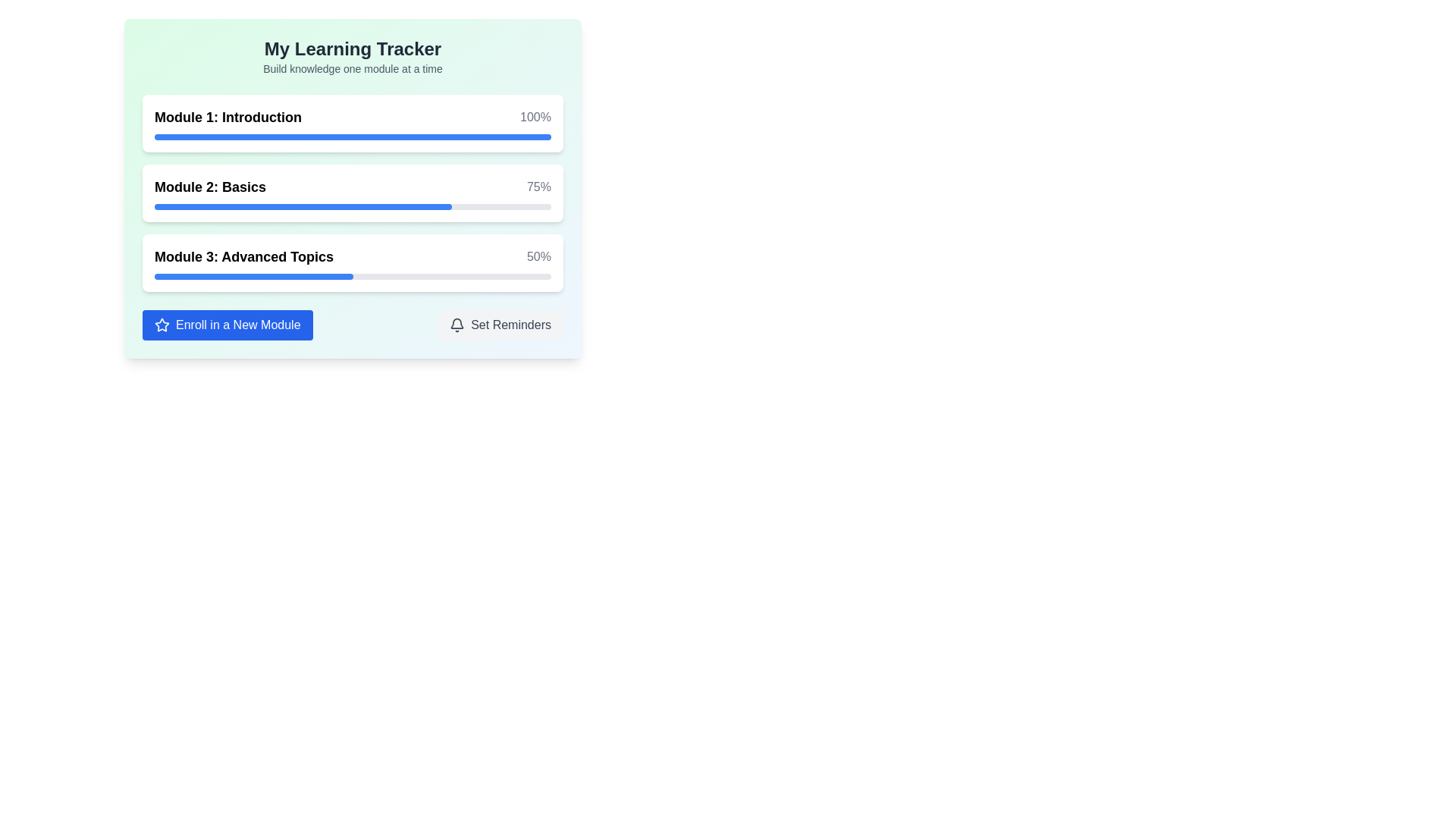 This screenshot has width=1456, height=819. What do you see at coordinates (253, 277) in the screenshot?
I see `the progress bar fill indicating 50% completion for 'Module 3: Advanced Topics.'` at bounding box center [253, 277].